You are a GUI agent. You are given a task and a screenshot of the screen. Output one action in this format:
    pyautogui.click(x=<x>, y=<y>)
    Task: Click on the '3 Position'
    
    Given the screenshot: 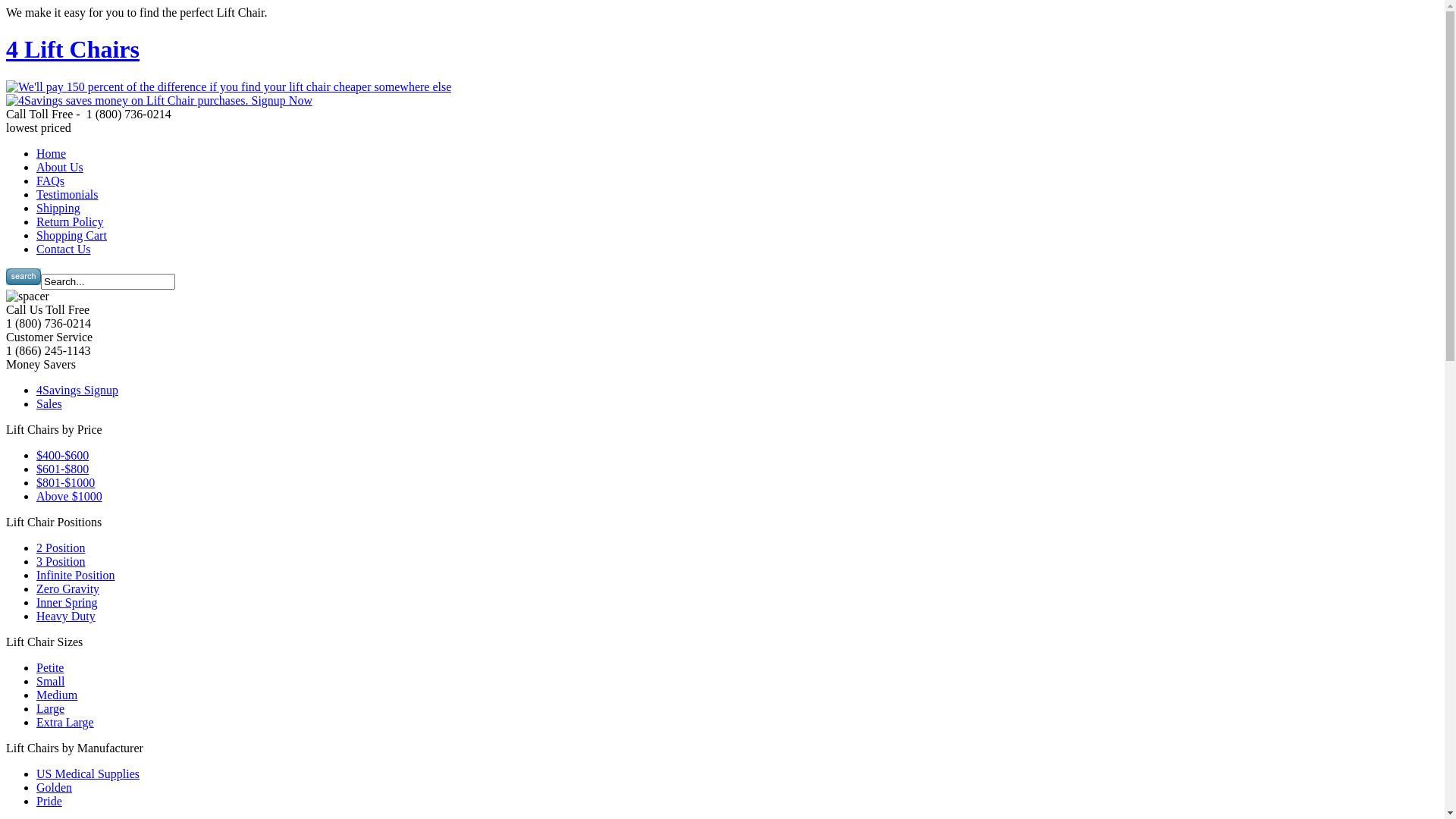 What is the action you would take?
    pyautogui.click(x=61, y=561)
    